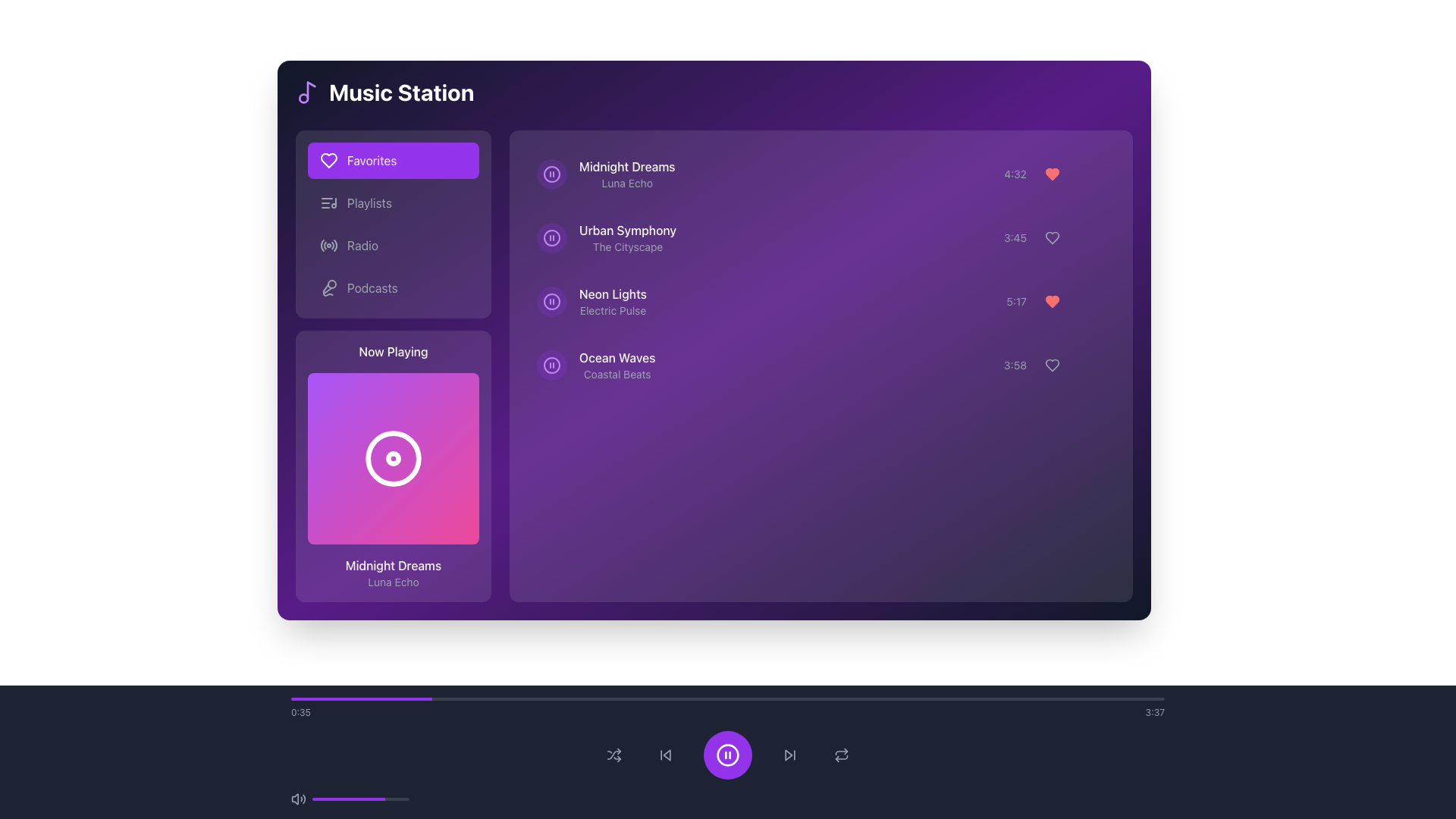  Describe the element at coordinates (1051, 366) in the screenshot. I see `the heart-shaped icon button located in the bottom-right corner of the 'Ocean Waves' row` at that location.